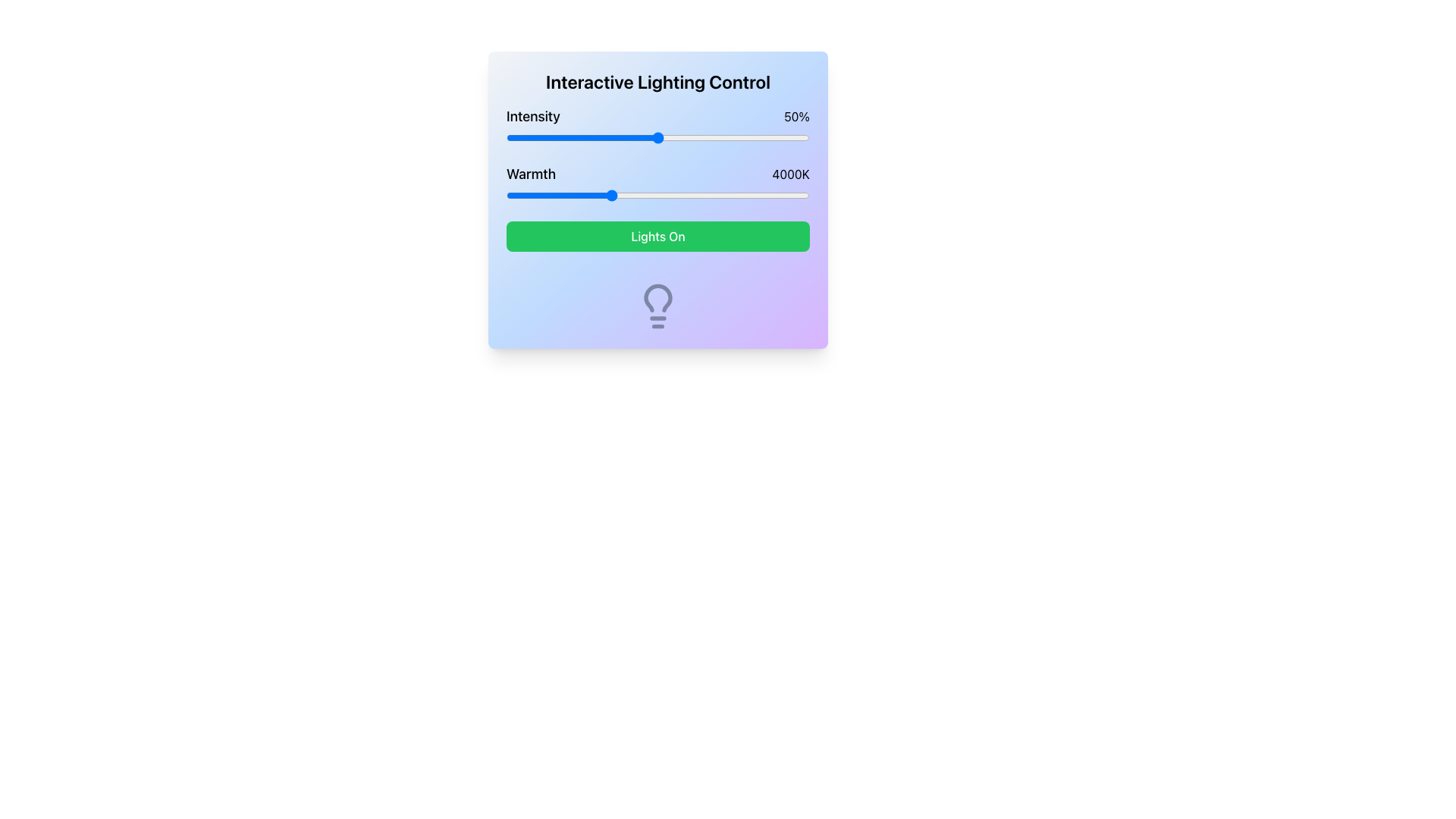 The width and height of the screenshot is (1456, 819). What do you see at coordinates (658, 116) in the screenshot?
I see `the text label displaying 'Intensity' and '50%', which serves as the header for the intensity slider located in the upper region of the control panel` at bounding box center [658, 116].